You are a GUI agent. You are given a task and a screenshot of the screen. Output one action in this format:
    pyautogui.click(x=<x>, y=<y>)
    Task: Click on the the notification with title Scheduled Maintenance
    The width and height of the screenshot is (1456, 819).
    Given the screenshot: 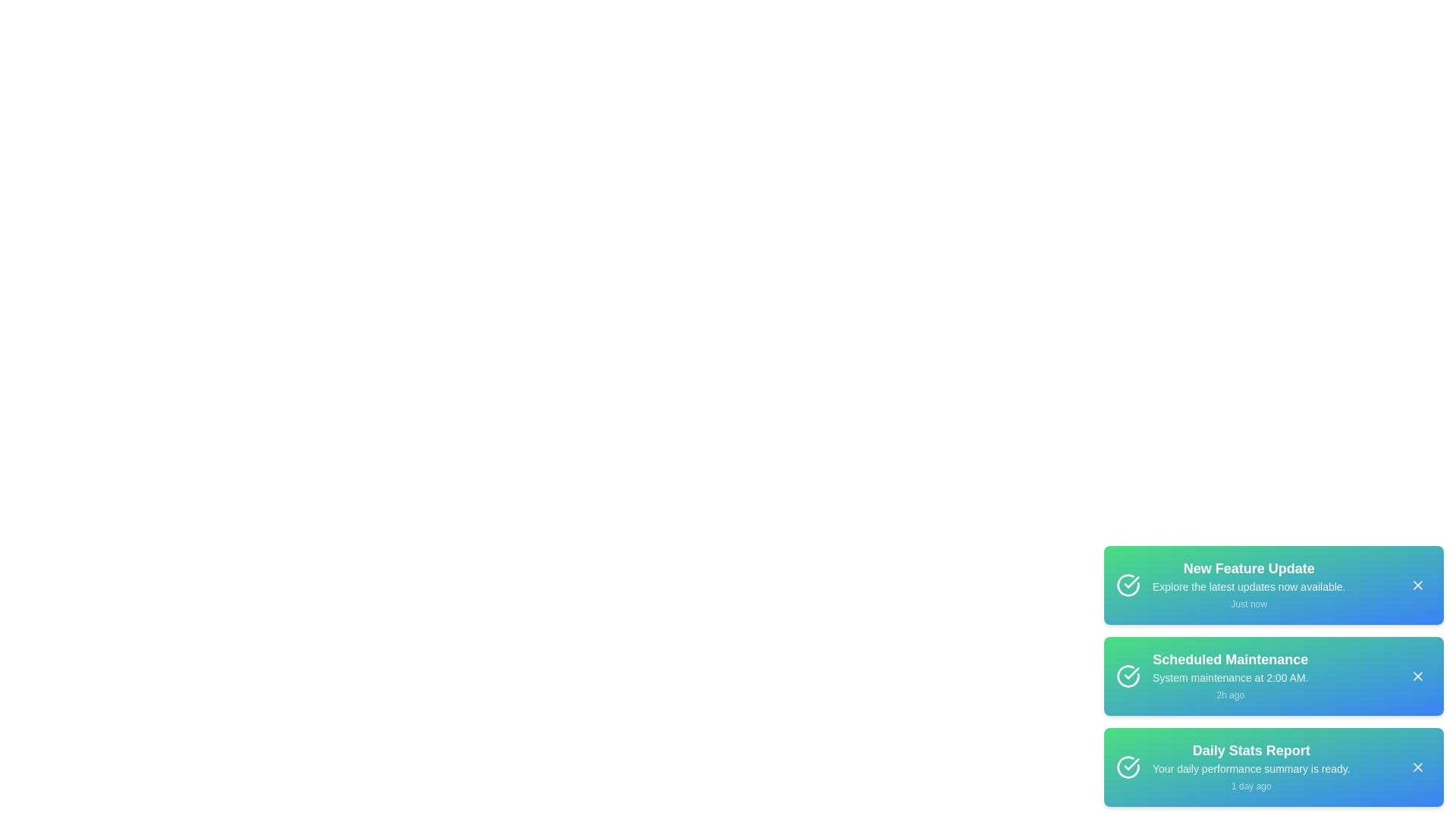 What is the action you would take?
    pyautogui.click(x=1274, y=675)
    